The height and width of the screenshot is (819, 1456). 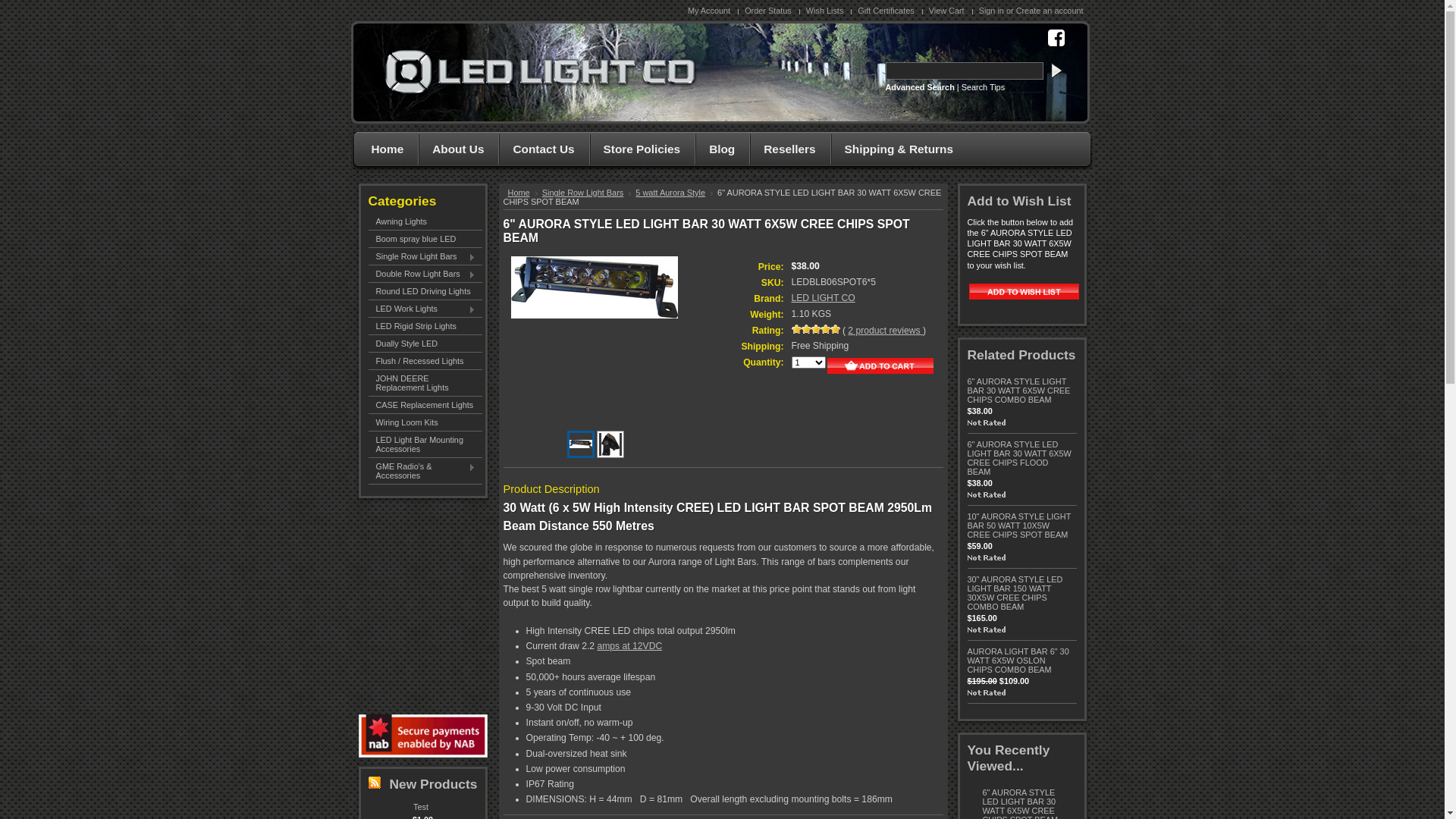 What do you see at coordinates (425, 343) in the screenshot?
I see `'Dually Style LED'` at bounding box center [425, 343].